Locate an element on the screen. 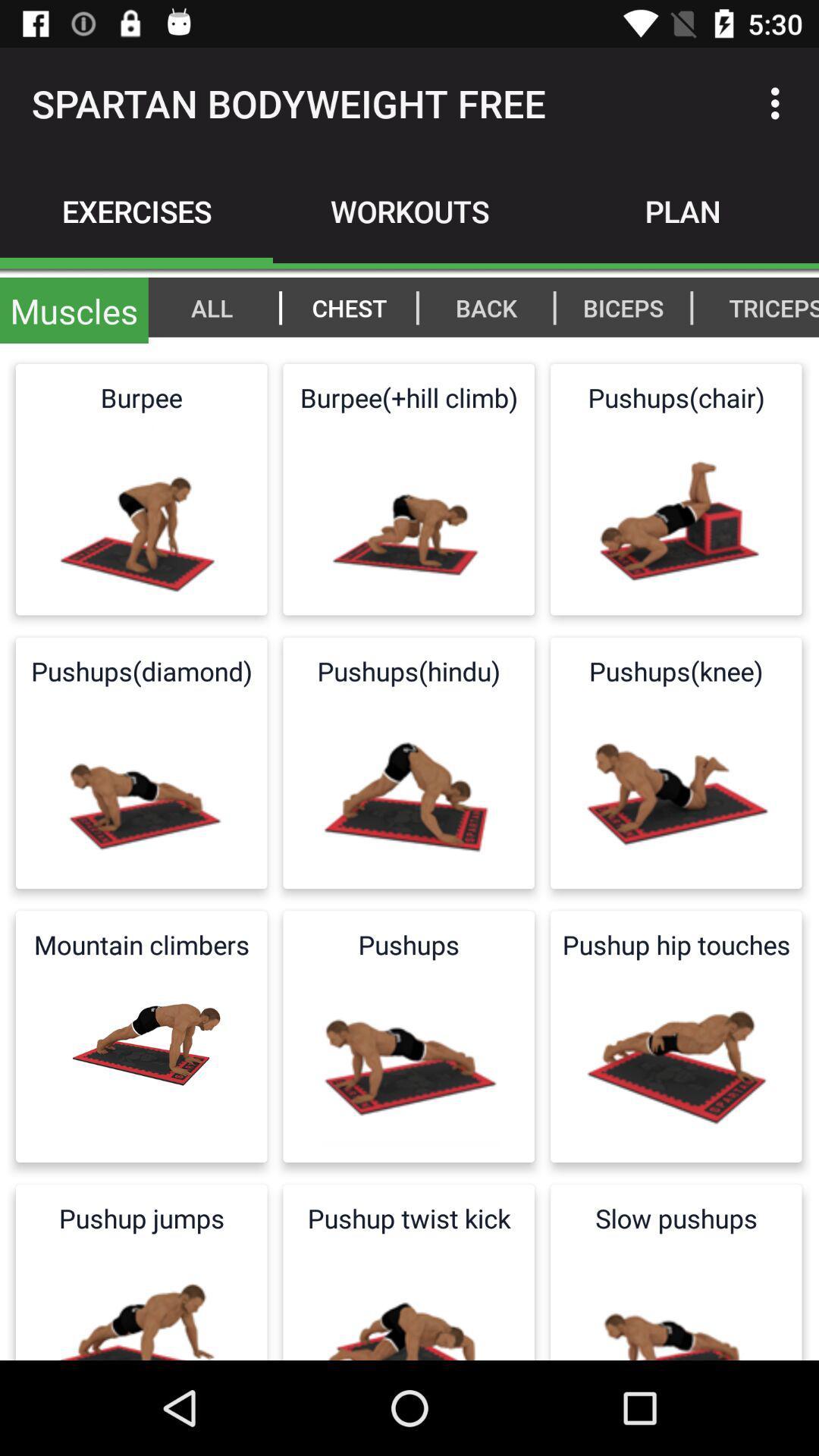 Image resolution: width=819 pixels, height=1456 pixels. icon above the pushups(chair) is located at coordinates (765, 306).